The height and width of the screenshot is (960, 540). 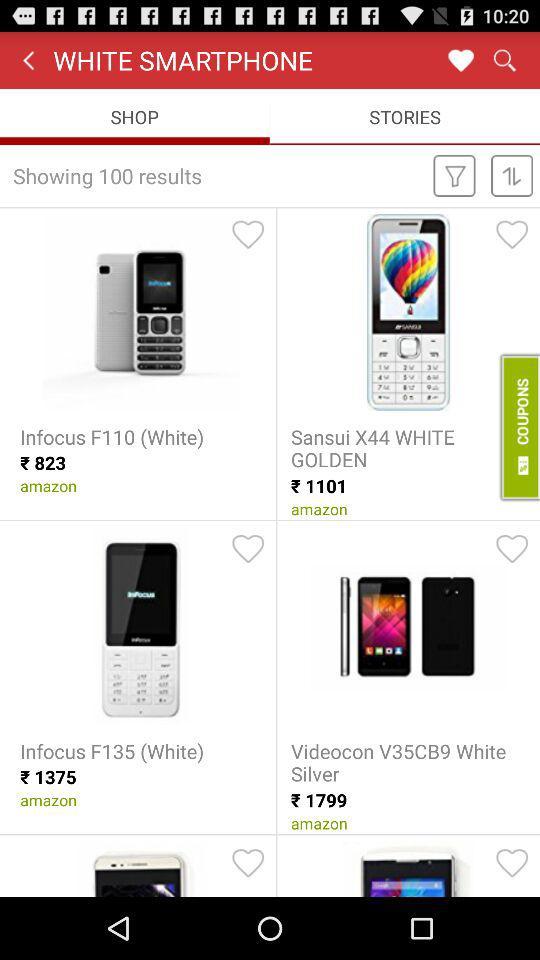 I want to click on second icon beside the text showing 100 results, so click(x=511, y=174).